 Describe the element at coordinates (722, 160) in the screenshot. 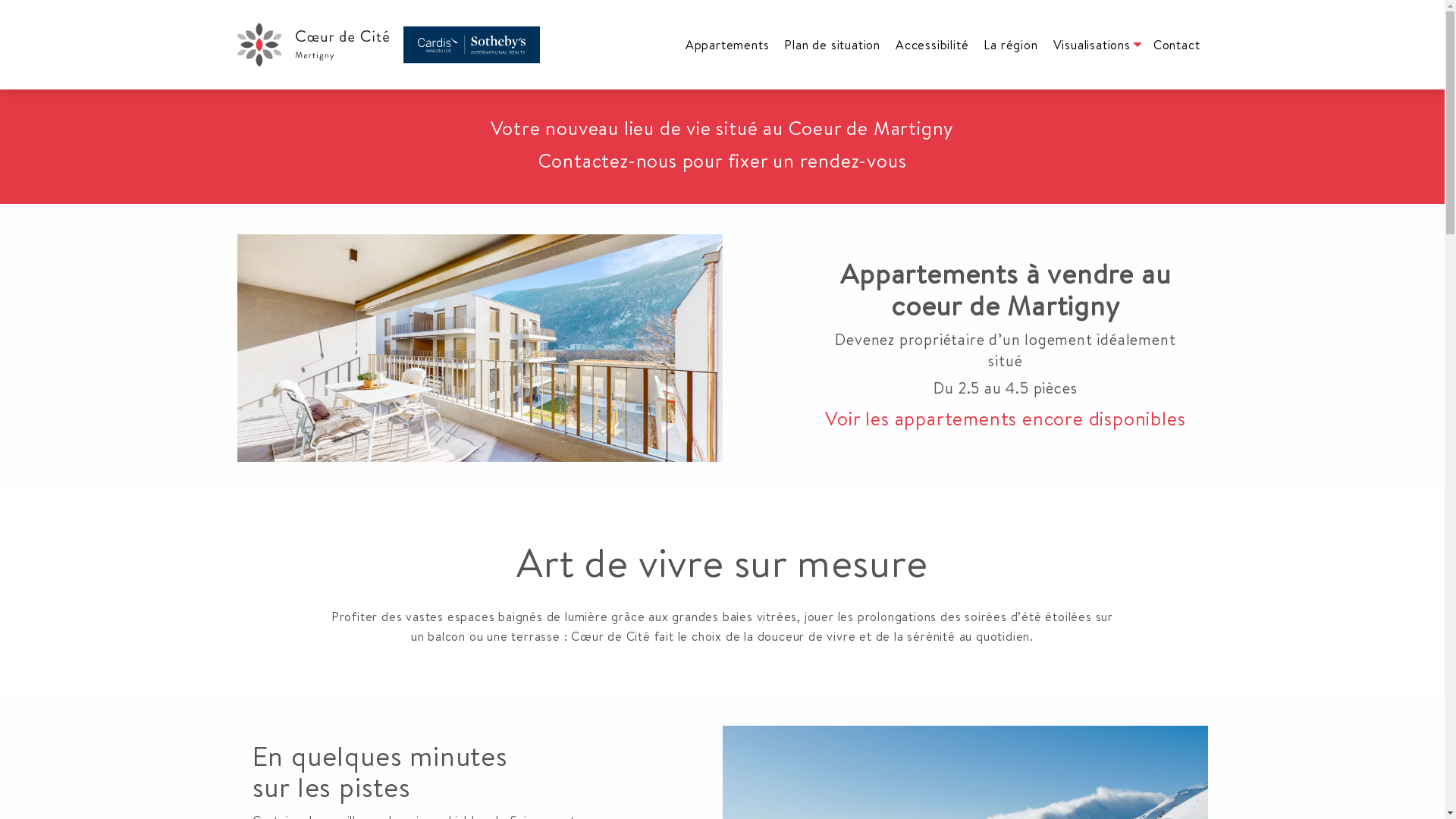

I see `'Contactez-nous pour fixer un rendez-vous'` at that location.